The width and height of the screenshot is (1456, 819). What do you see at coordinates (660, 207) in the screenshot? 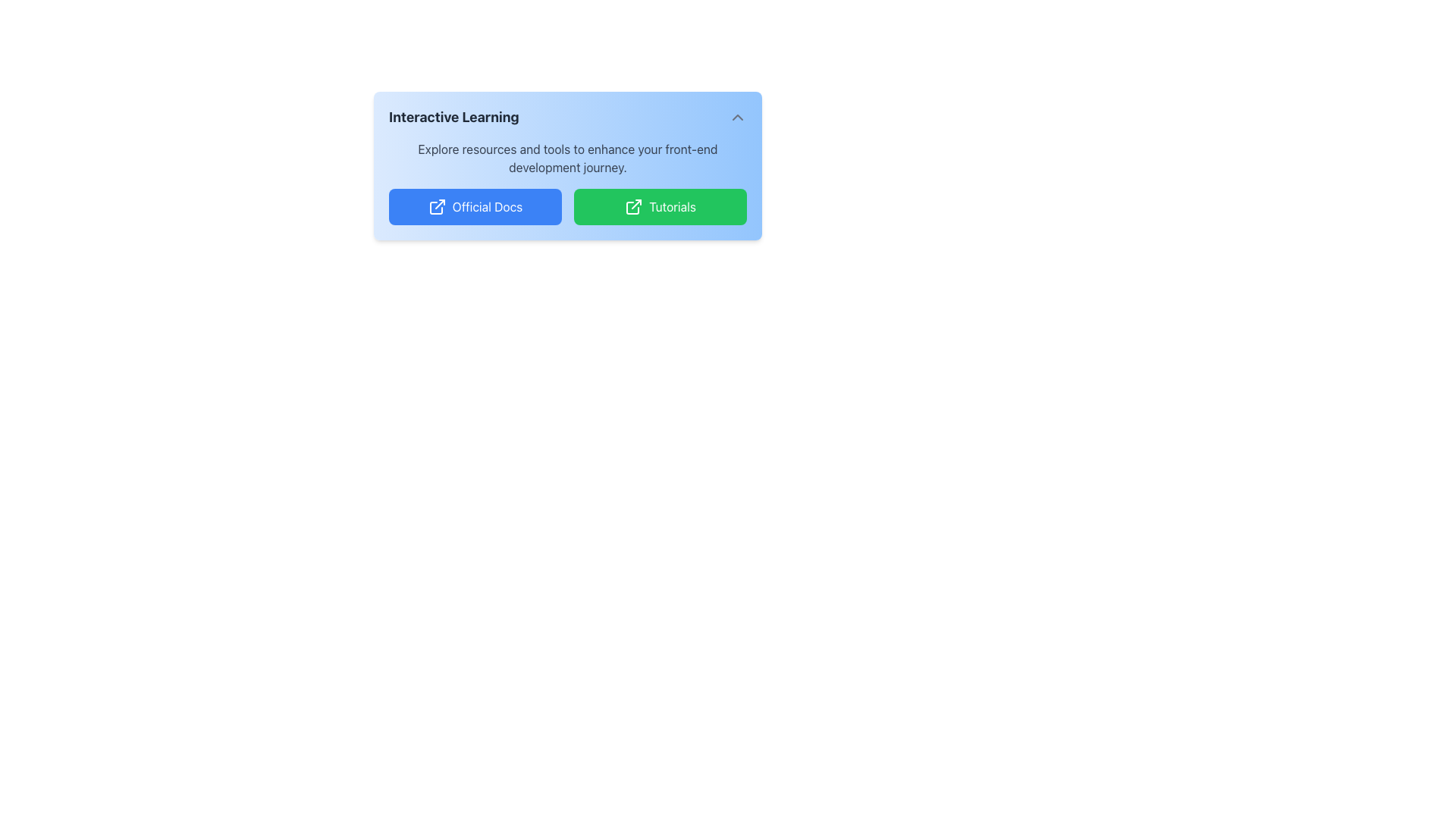
I see `the green button labeled 'Tutorials' with a white text and an external link icon to its left, located at the bottom right of the blue panel titled 'Interactive Learning'` at bounding box center [660, 207].